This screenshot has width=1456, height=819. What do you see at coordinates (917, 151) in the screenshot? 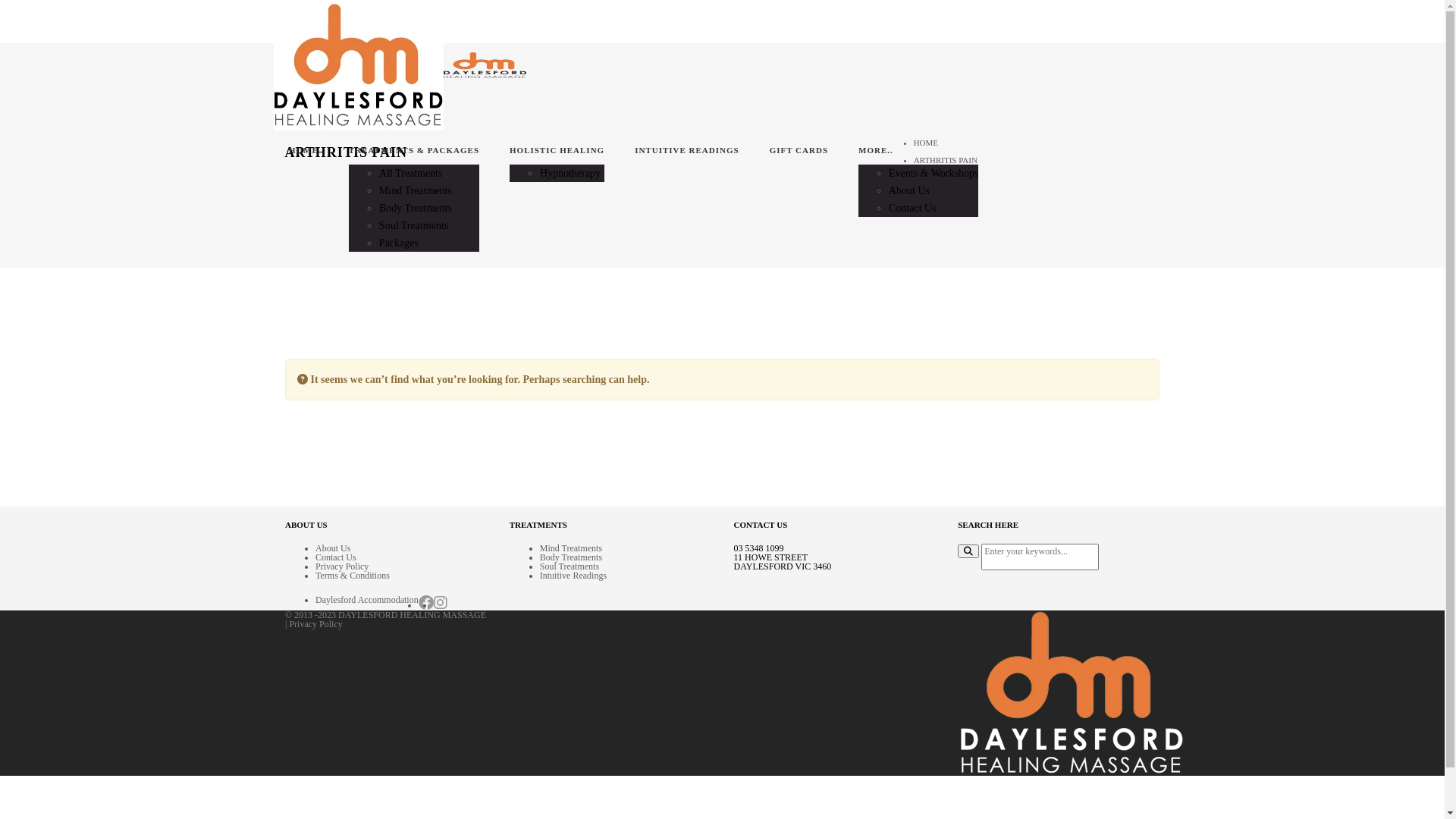
I see `'MORE..'` at bounding box center [917, 151].